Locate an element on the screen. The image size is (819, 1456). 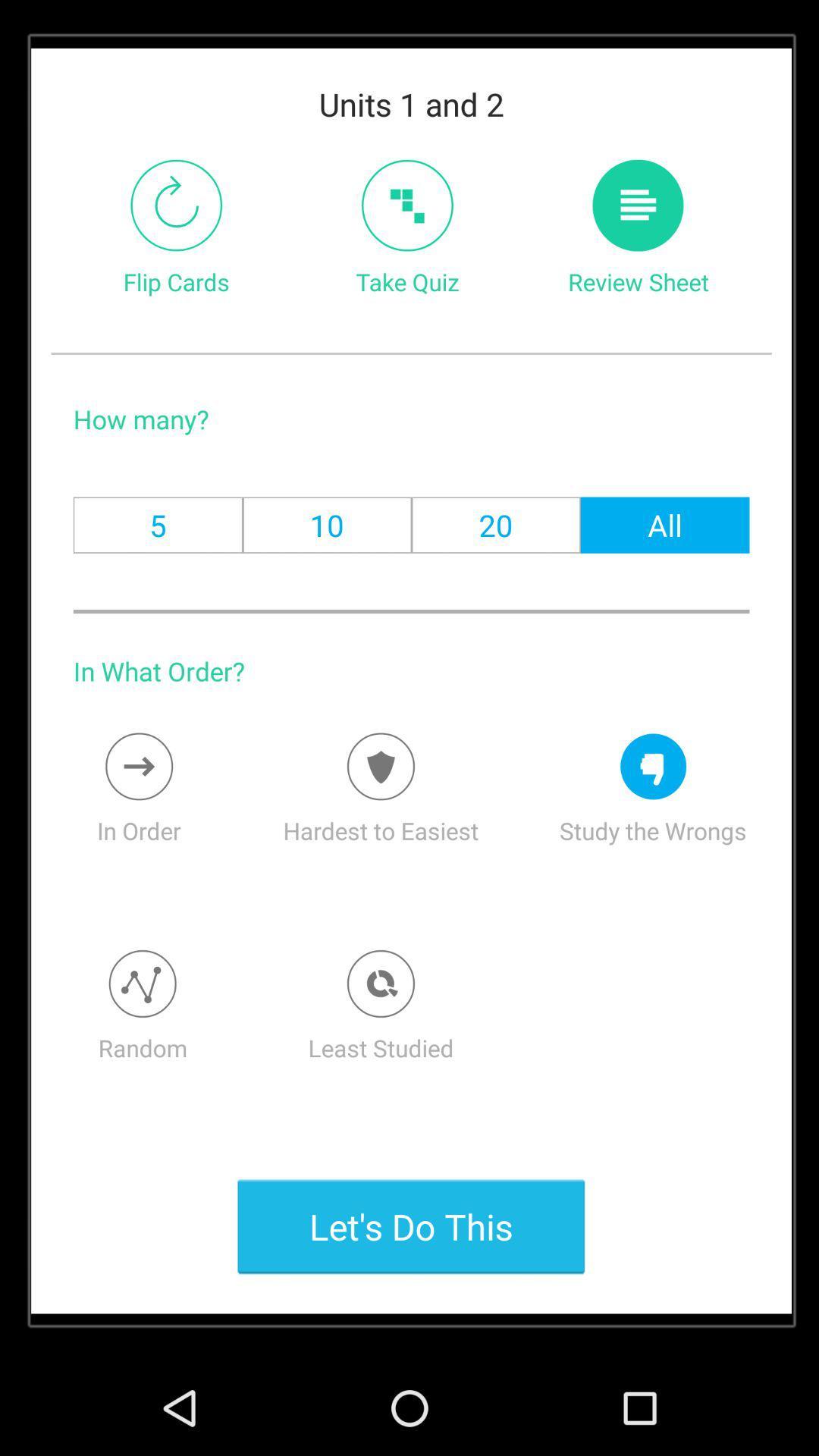
option to look at what you 've studied the least is located at coordinates (380, 984).